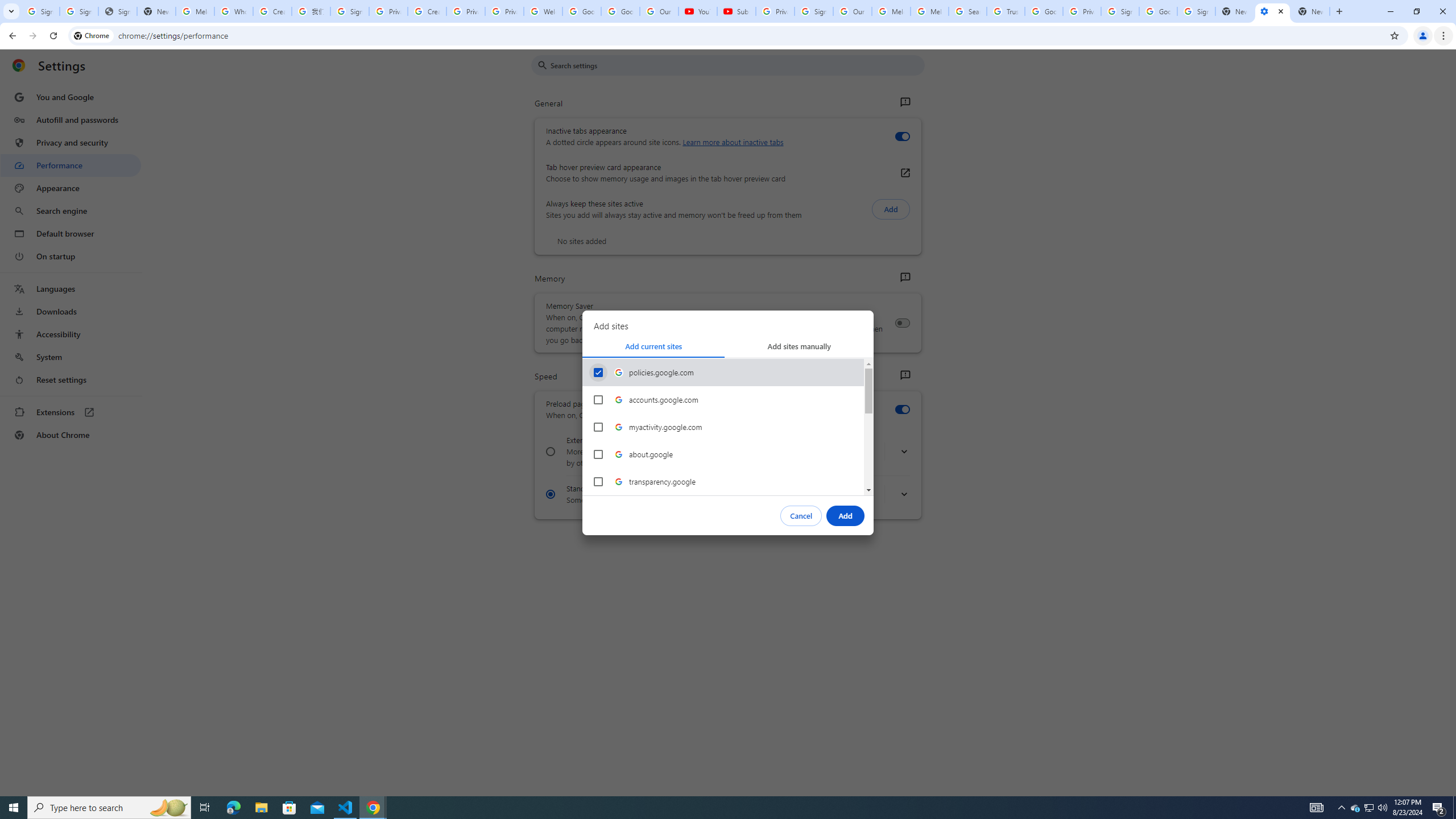 The height and width of the screenshot is (819, 1456). I want to click on 'Add current sites', so click(653, 346).